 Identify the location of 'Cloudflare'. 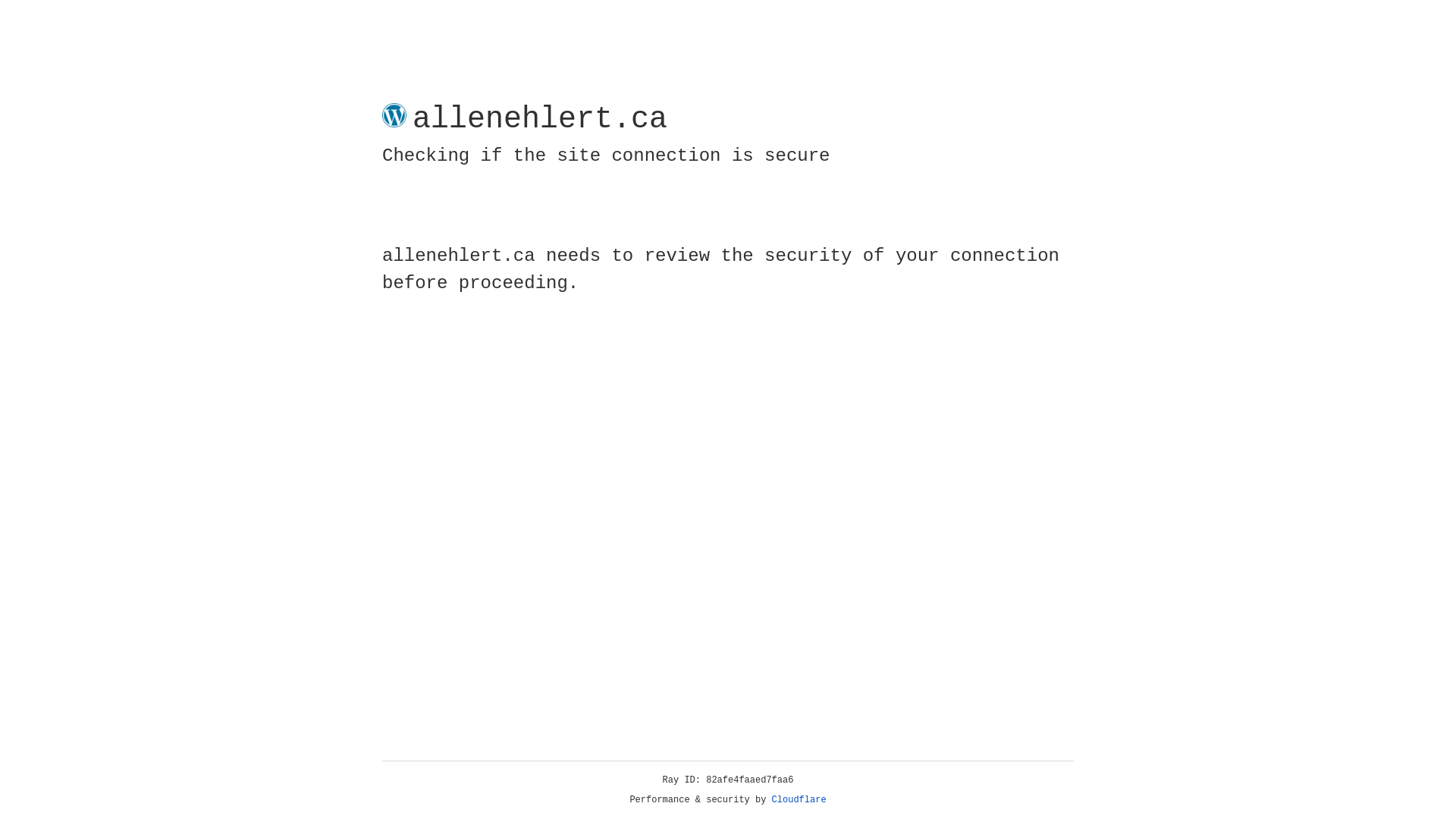
(771, 799).